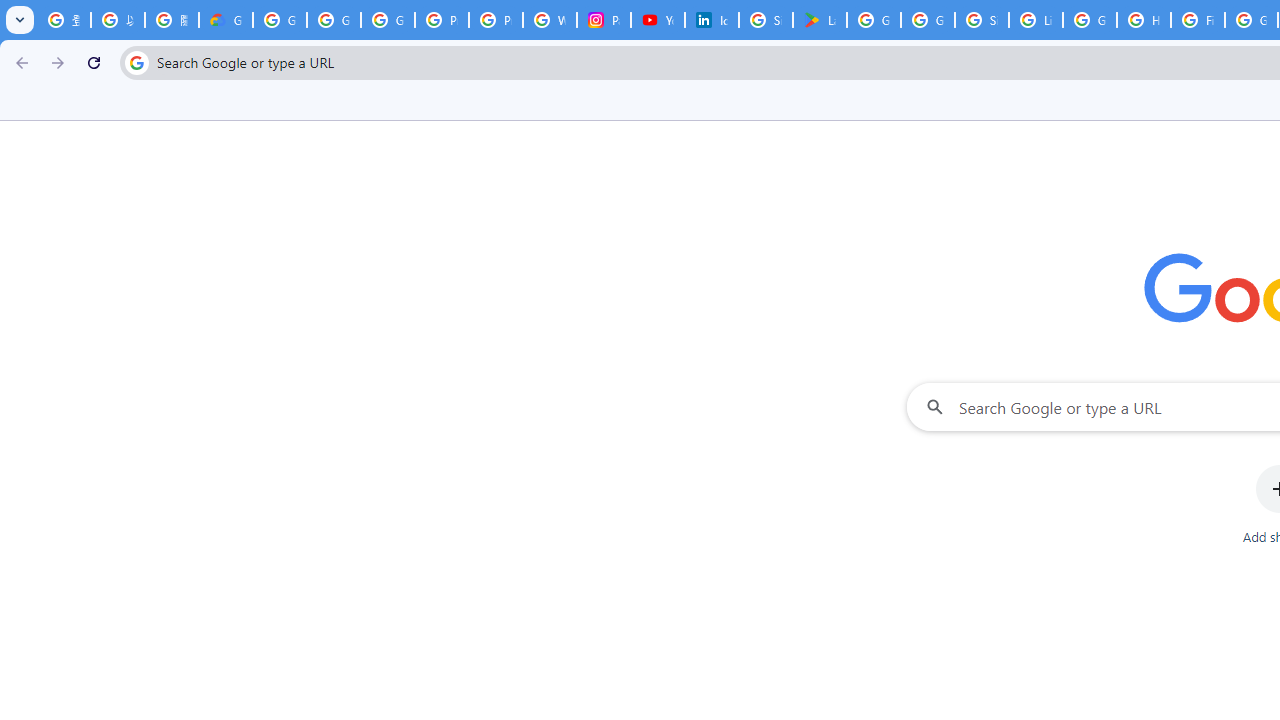 The width and height of the screenshot is (1280, 720). What do you see at coordinates (440, 20) in the screenshot?
I see `'Privacy Help Center - Policies Help'` at bounding box center [440, 20].